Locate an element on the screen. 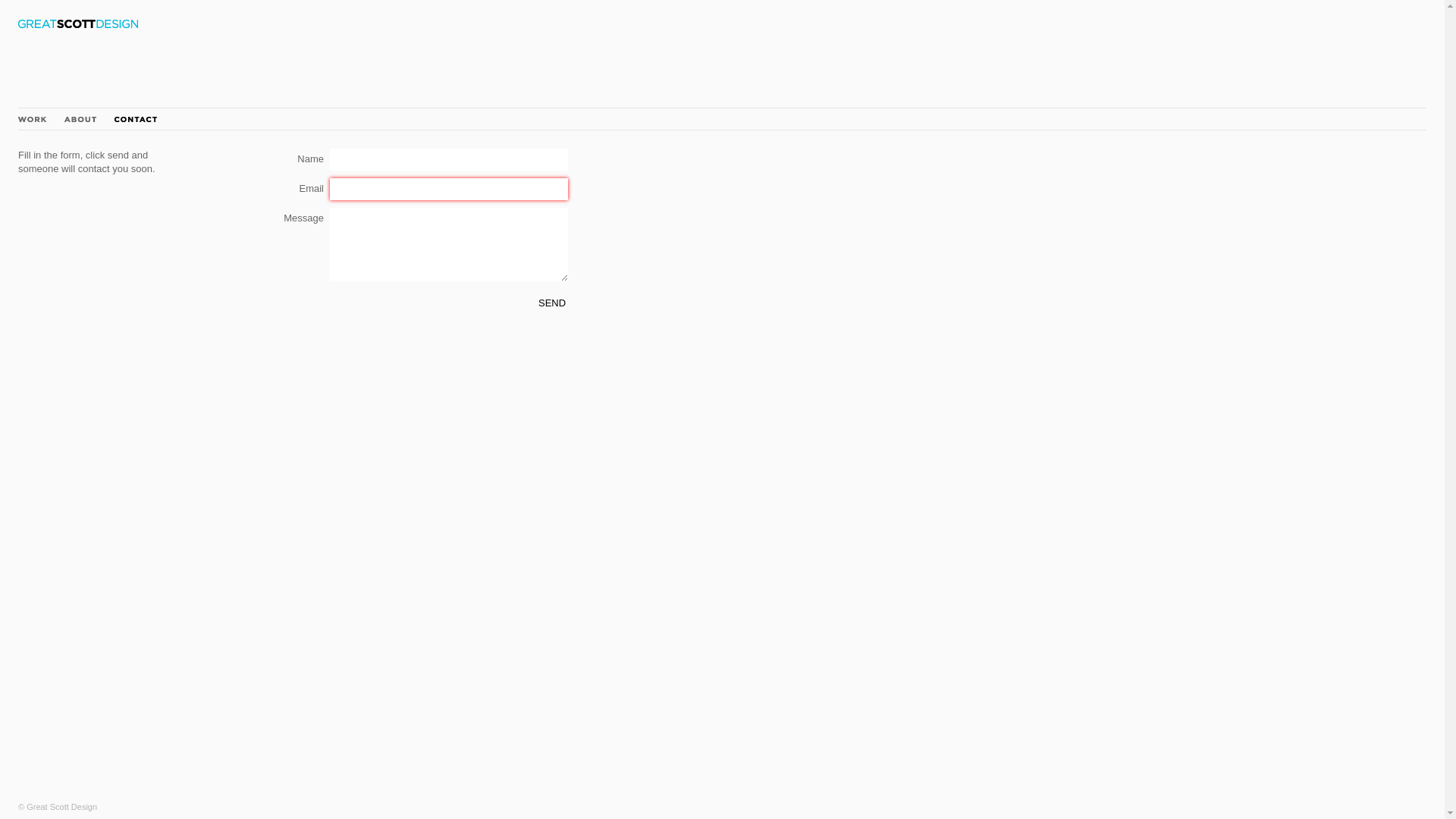  'WORK' is located at coordinates (32, 118).